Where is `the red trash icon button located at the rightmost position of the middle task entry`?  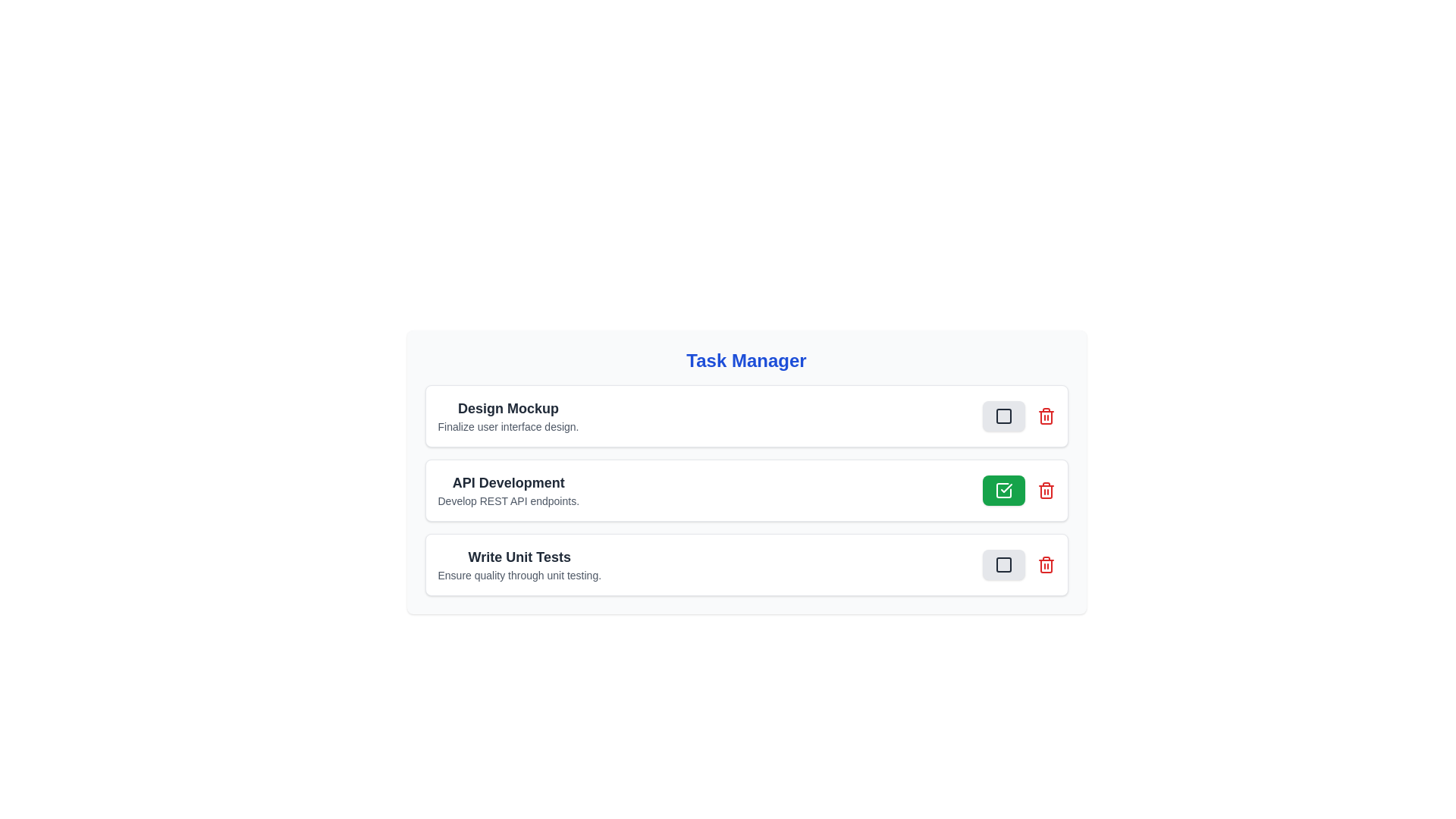 the red trash icon button located at the rightmost position of the middle task entry is located at coordinates (1045, 491).